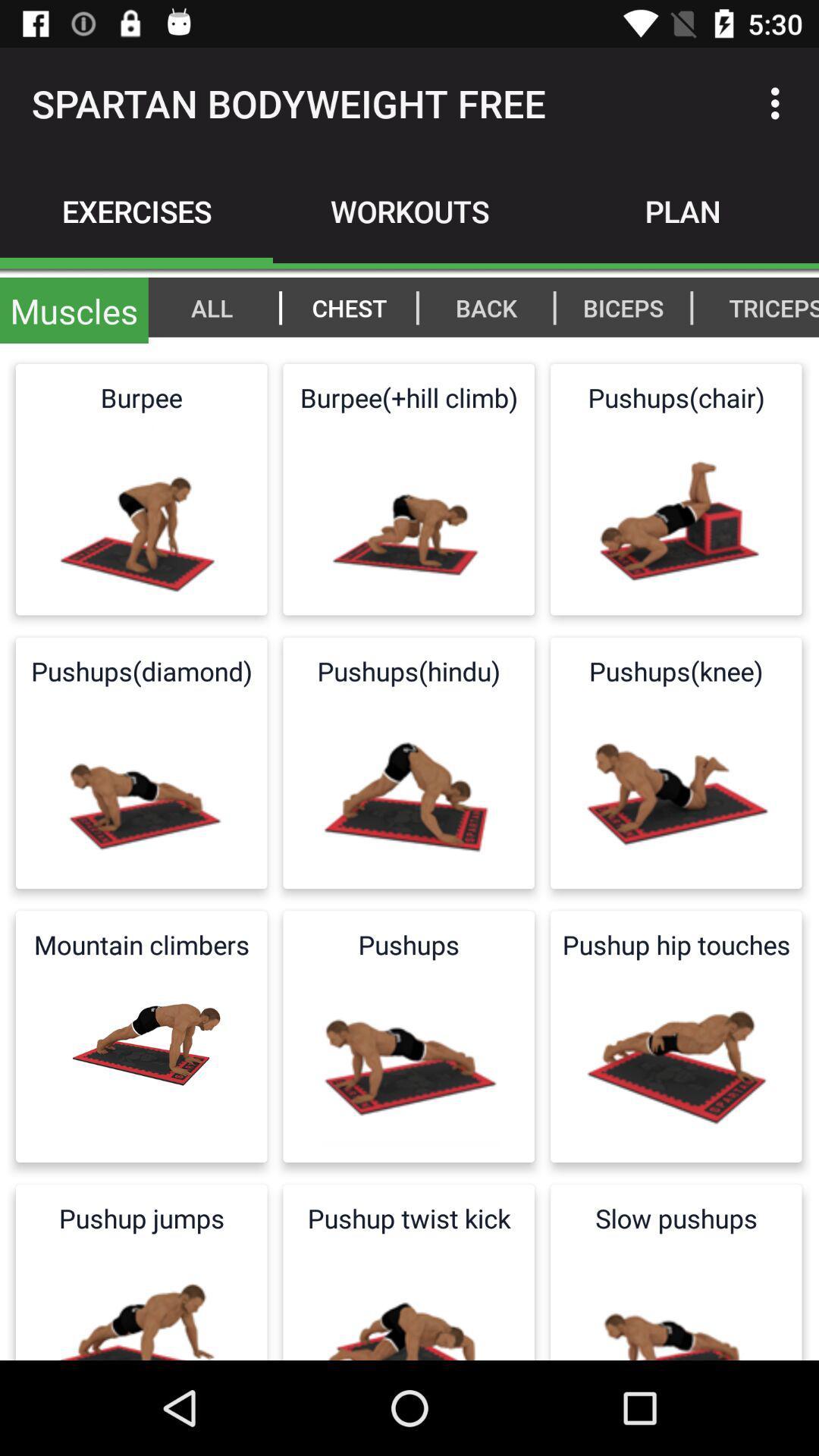 This screenshot has width=819, height=1456. I want to click on the biceps item, so click(623, 306).